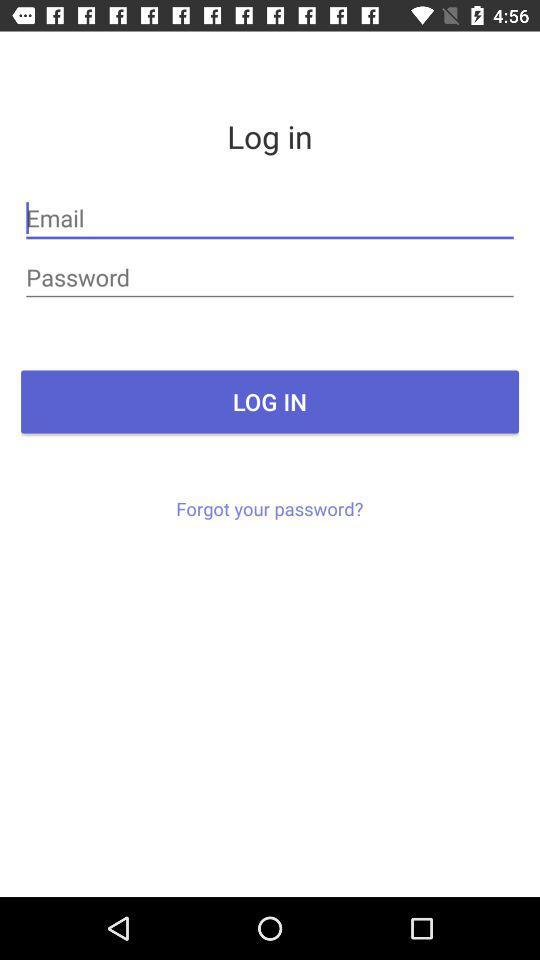 The width and height of the screenshot is (540, 960). What do you see at coordinates (270, 218) in the screenshot?
I see `email` at bounding box center [270, 218].